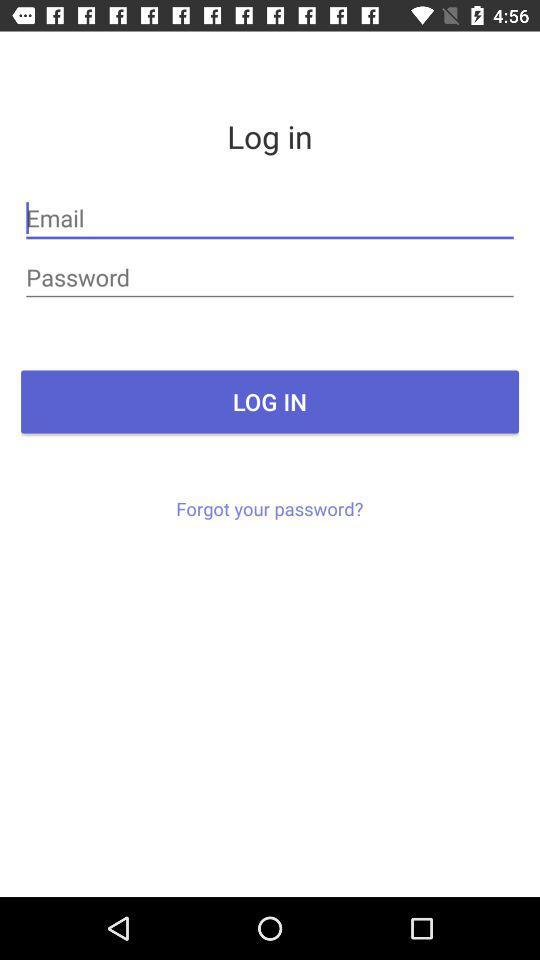 The width and height of the screenshot is (540, 960). What do you see at coordinates (270, 218) in the screenshot?
I see `email` at bounding box center [270, 218].